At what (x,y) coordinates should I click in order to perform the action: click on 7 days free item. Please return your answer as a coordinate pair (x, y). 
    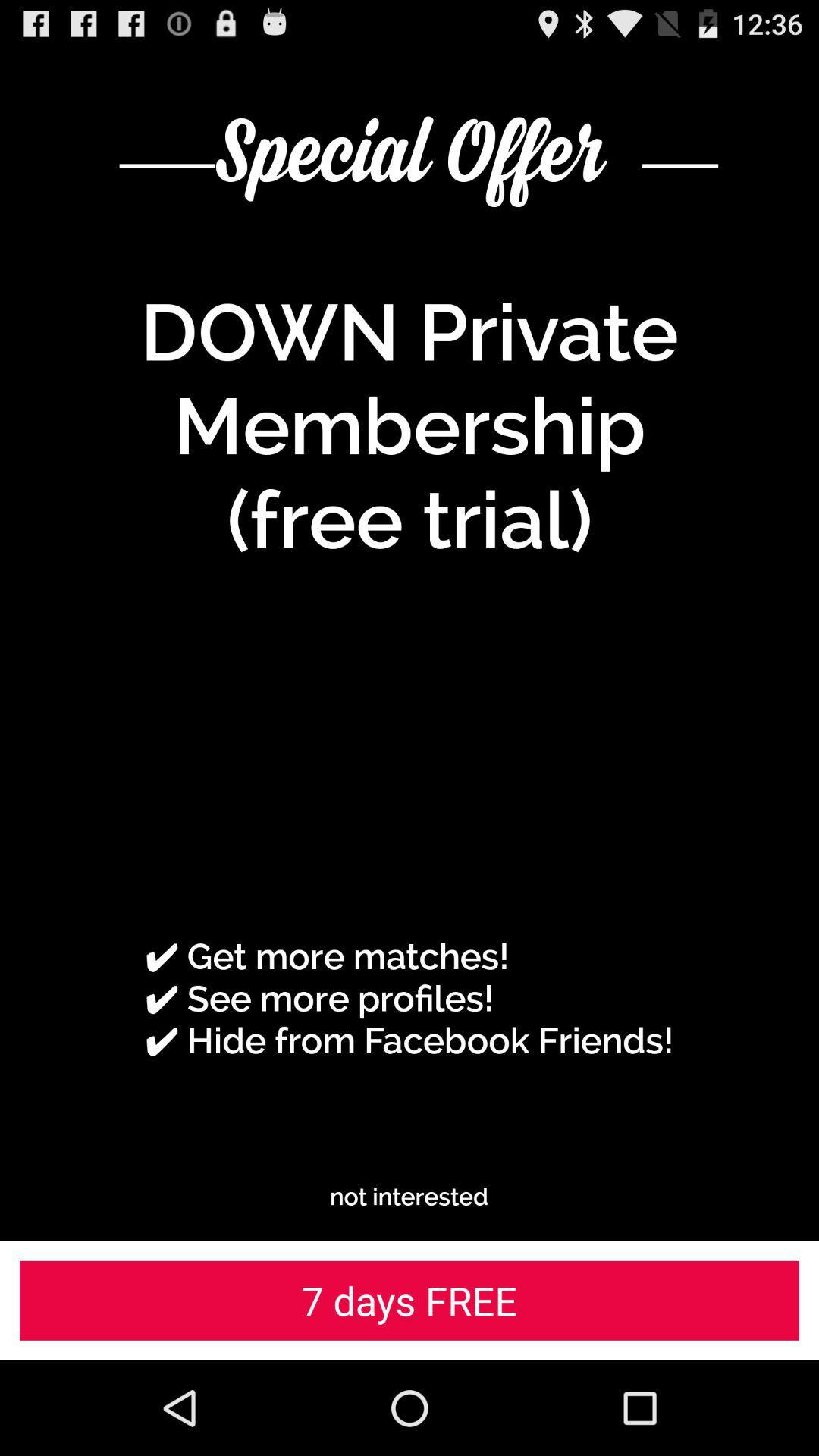
    Looking at the image, I should click on (409, 1300).